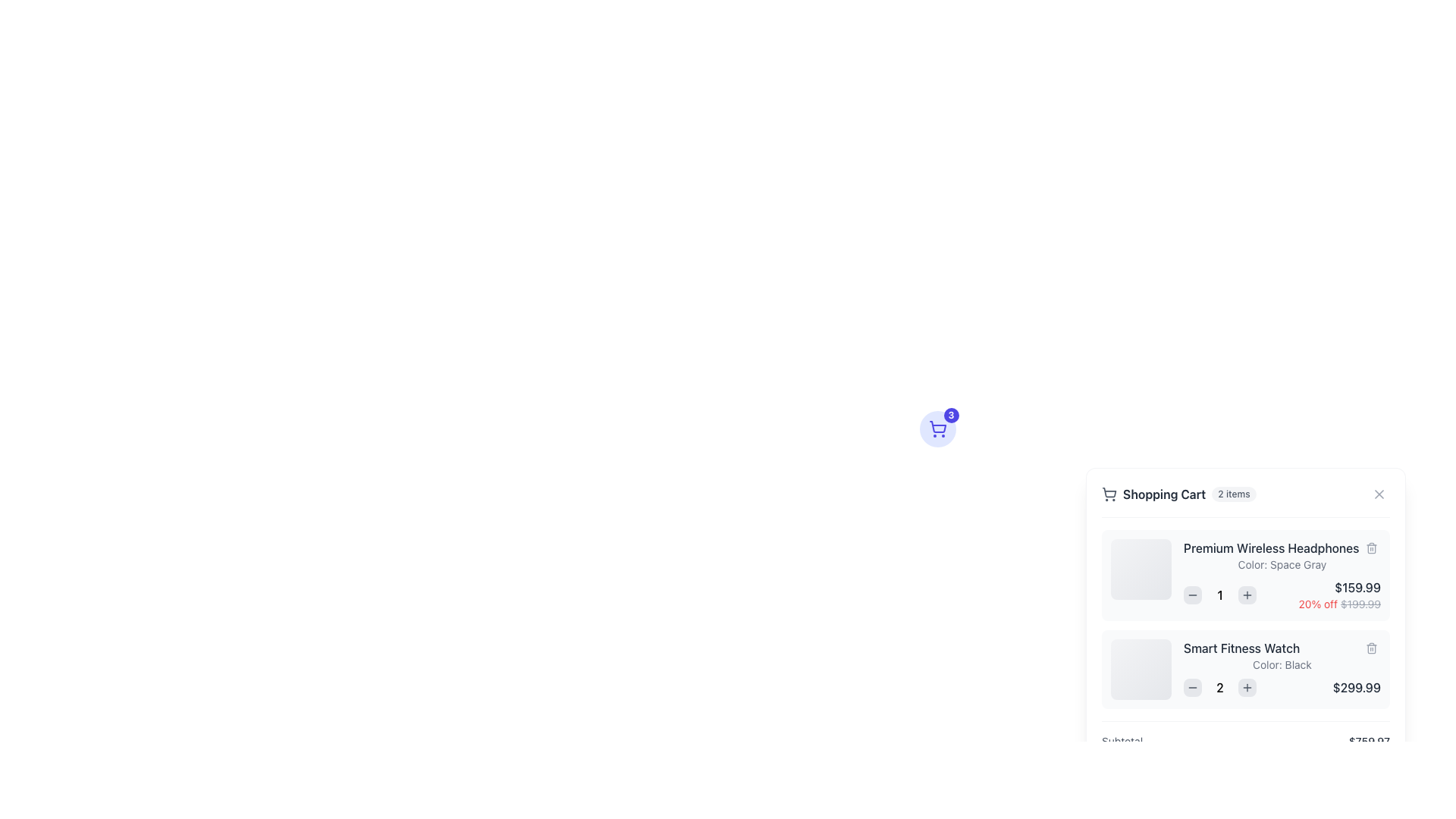  Describe the element at coordinates (1281, 664) in the screenshot. I see `the small gray 'Color: Black' label located below the title 'Smart Fitness Watch' in the shopping cart` at that location.